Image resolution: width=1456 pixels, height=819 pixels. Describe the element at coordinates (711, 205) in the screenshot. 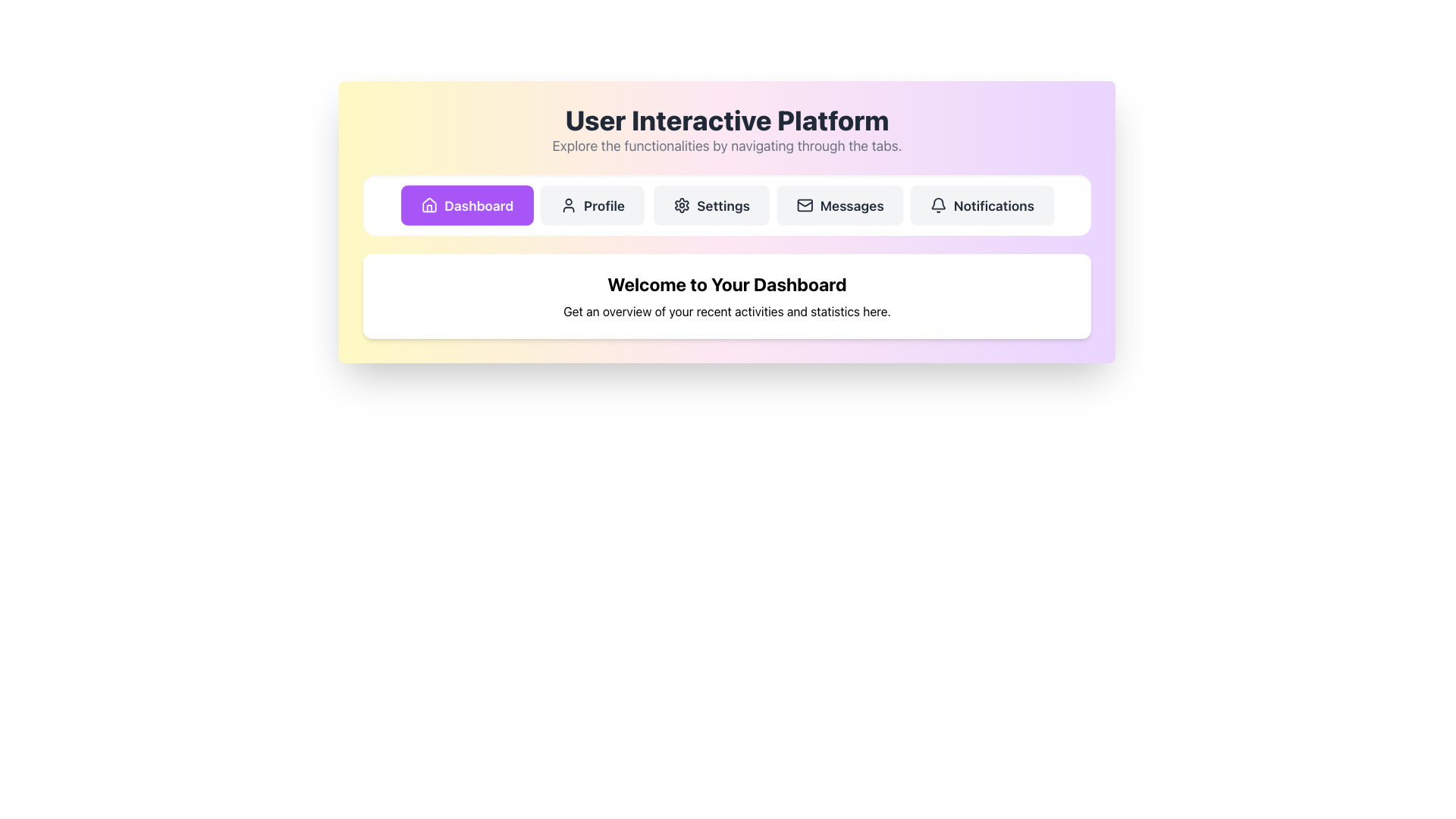

I see `the 'Settings' button, which is the third button in a horizontal list of five options (Dashboard, Profile, Settings, Messages, Notifications). It is located near the center of the top section of the interface` at that location.